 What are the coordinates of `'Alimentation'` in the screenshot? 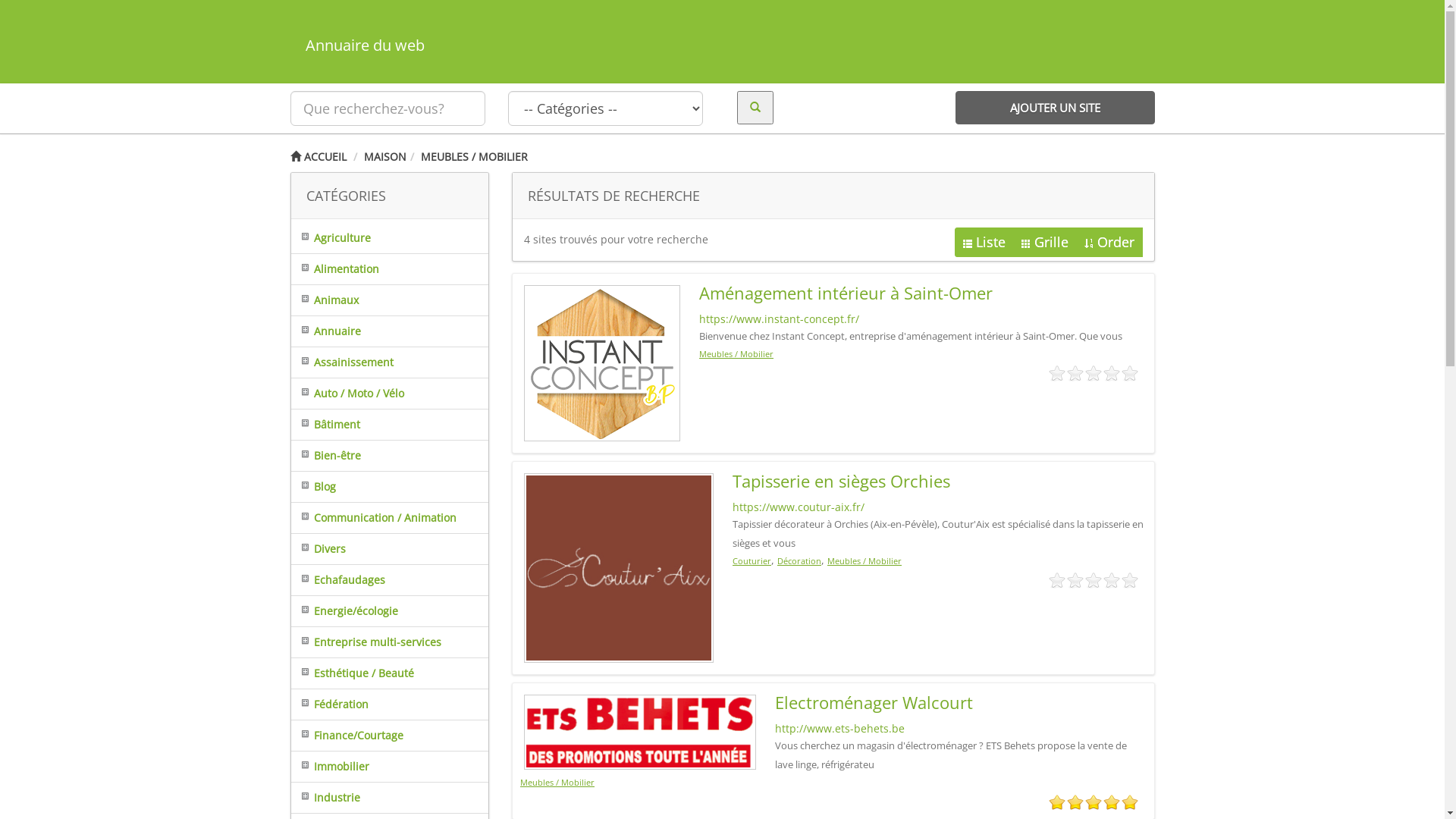 It's located at (291, 268).